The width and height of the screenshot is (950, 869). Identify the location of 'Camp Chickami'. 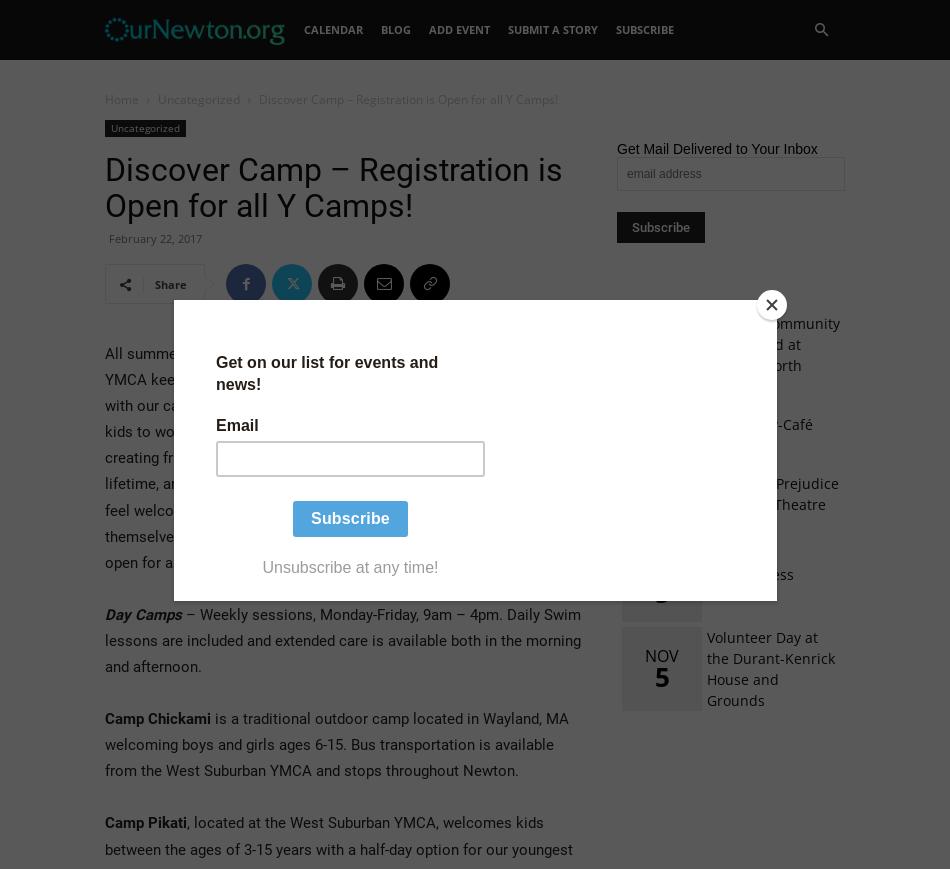
(104, 719).